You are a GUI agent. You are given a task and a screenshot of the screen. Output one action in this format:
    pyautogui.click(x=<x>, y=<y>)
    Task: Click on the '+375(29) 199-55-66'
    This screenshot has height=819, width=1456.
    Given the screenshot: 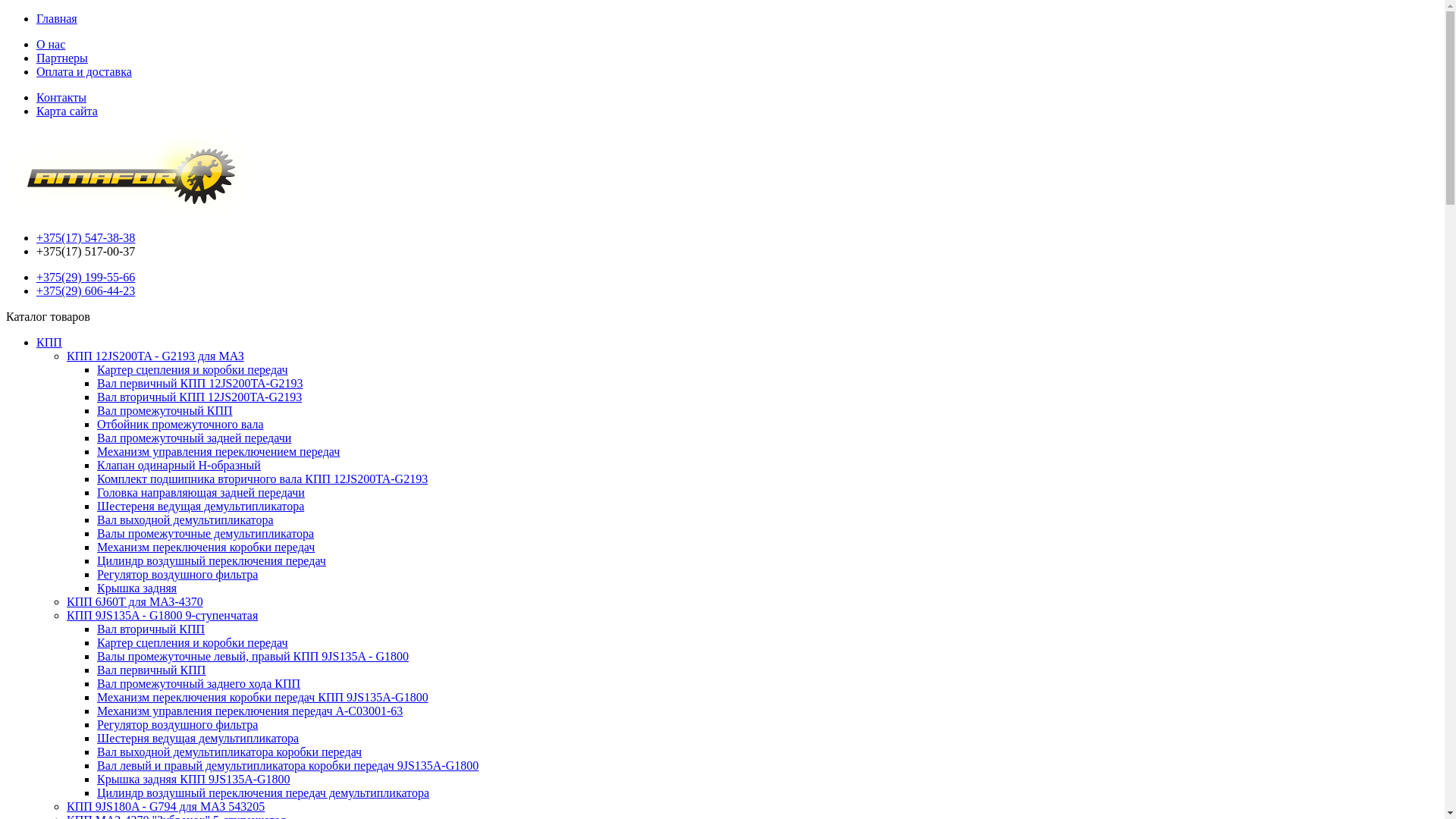 What is the action you would take?
    pyautogui.click(x=85, y=277)
    